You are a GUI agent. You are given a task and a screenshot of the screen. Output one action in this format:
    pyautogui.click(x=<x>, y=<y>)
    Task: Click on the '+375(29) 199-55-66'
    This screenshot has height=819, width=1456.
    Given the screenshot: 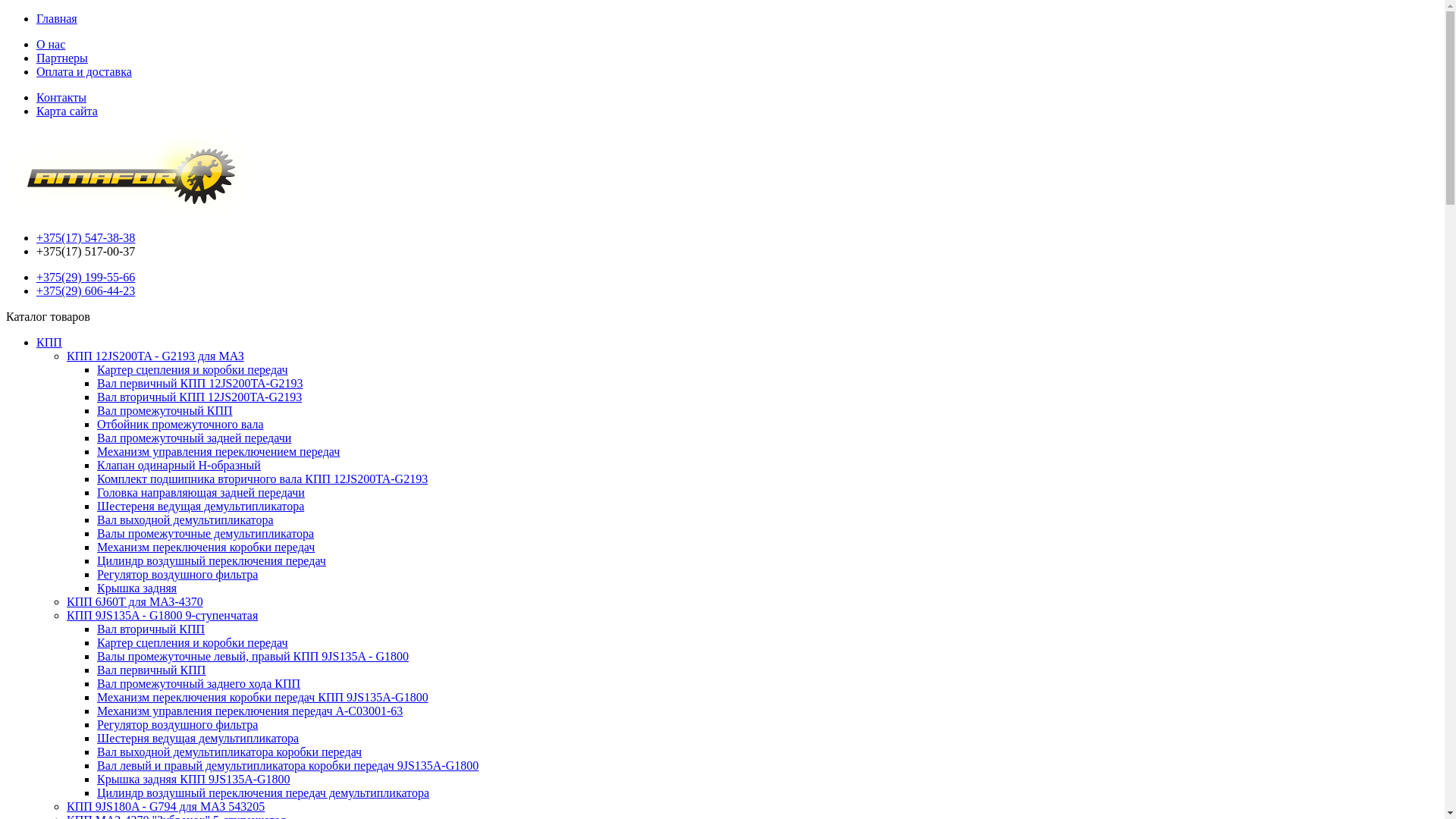 What is the action you would take?
    pyautogui.click(x=85, y=277)
    